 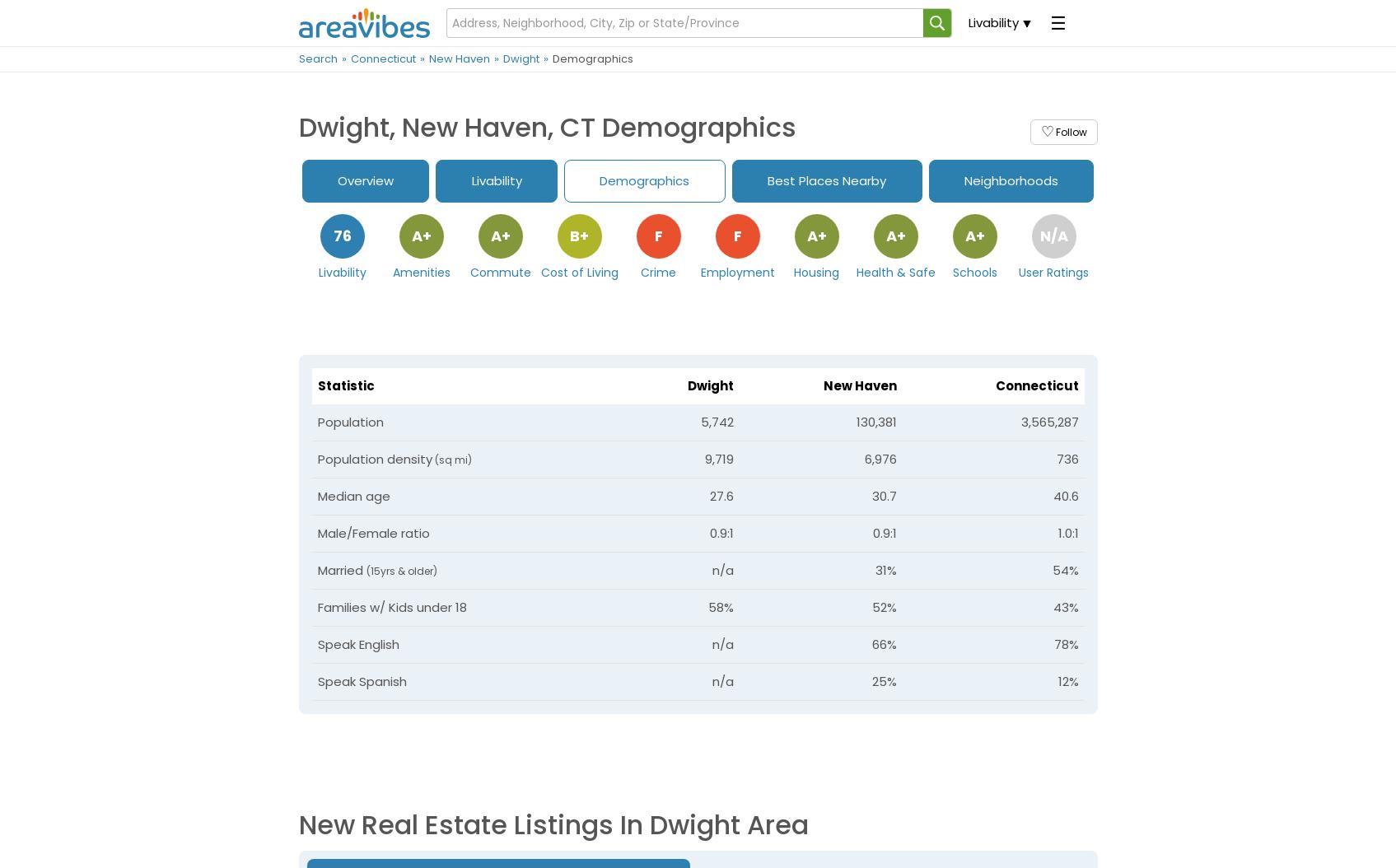 What do you see at coordinates (365, 180) in the screenshot?
I see `'Overview'` at bounding box center [365, 180].